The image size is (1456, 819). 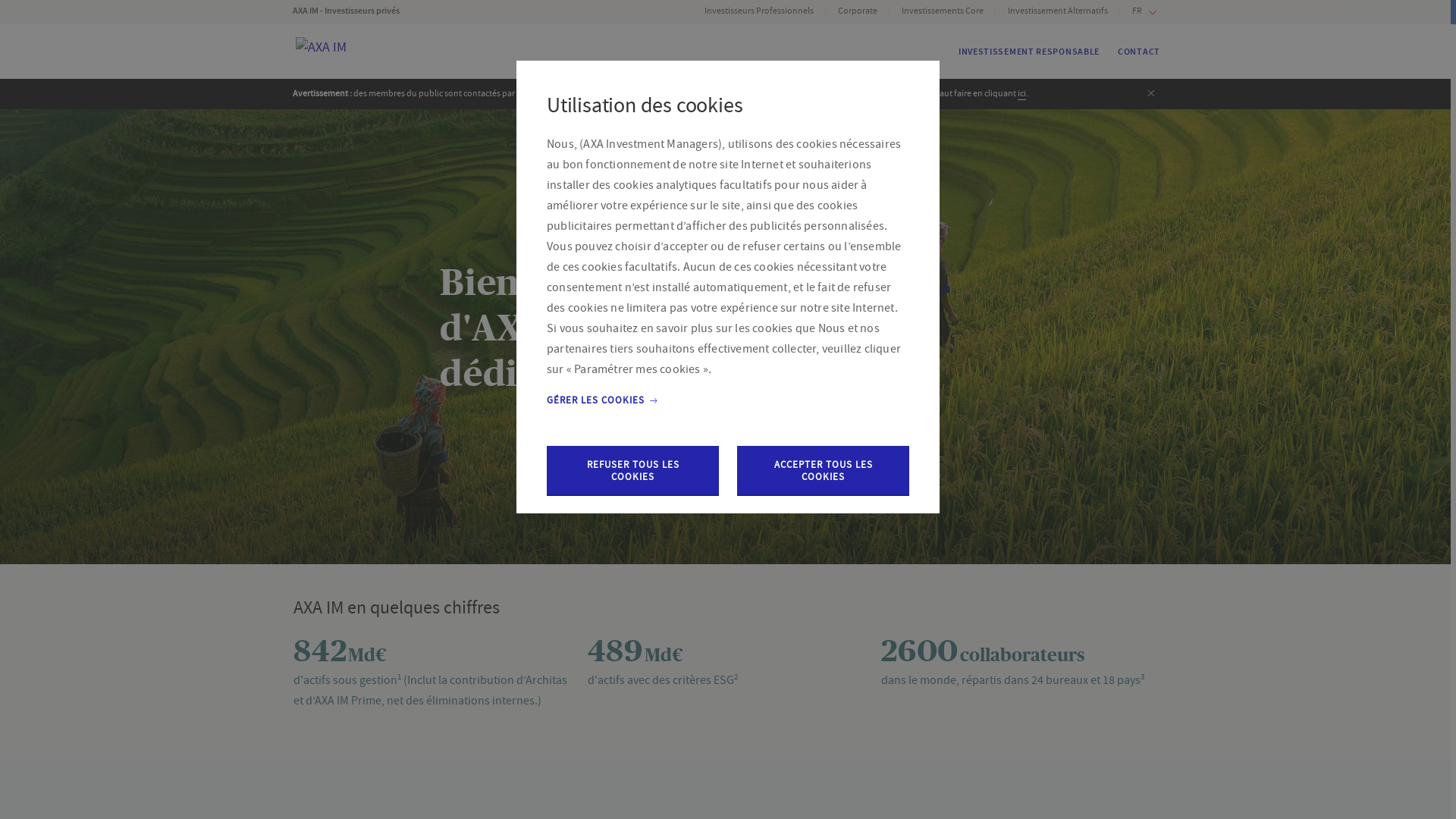 What do you see at coordinates (736, 676) in the screenshot?
I see `'2'` at bounding box center [736, 676].